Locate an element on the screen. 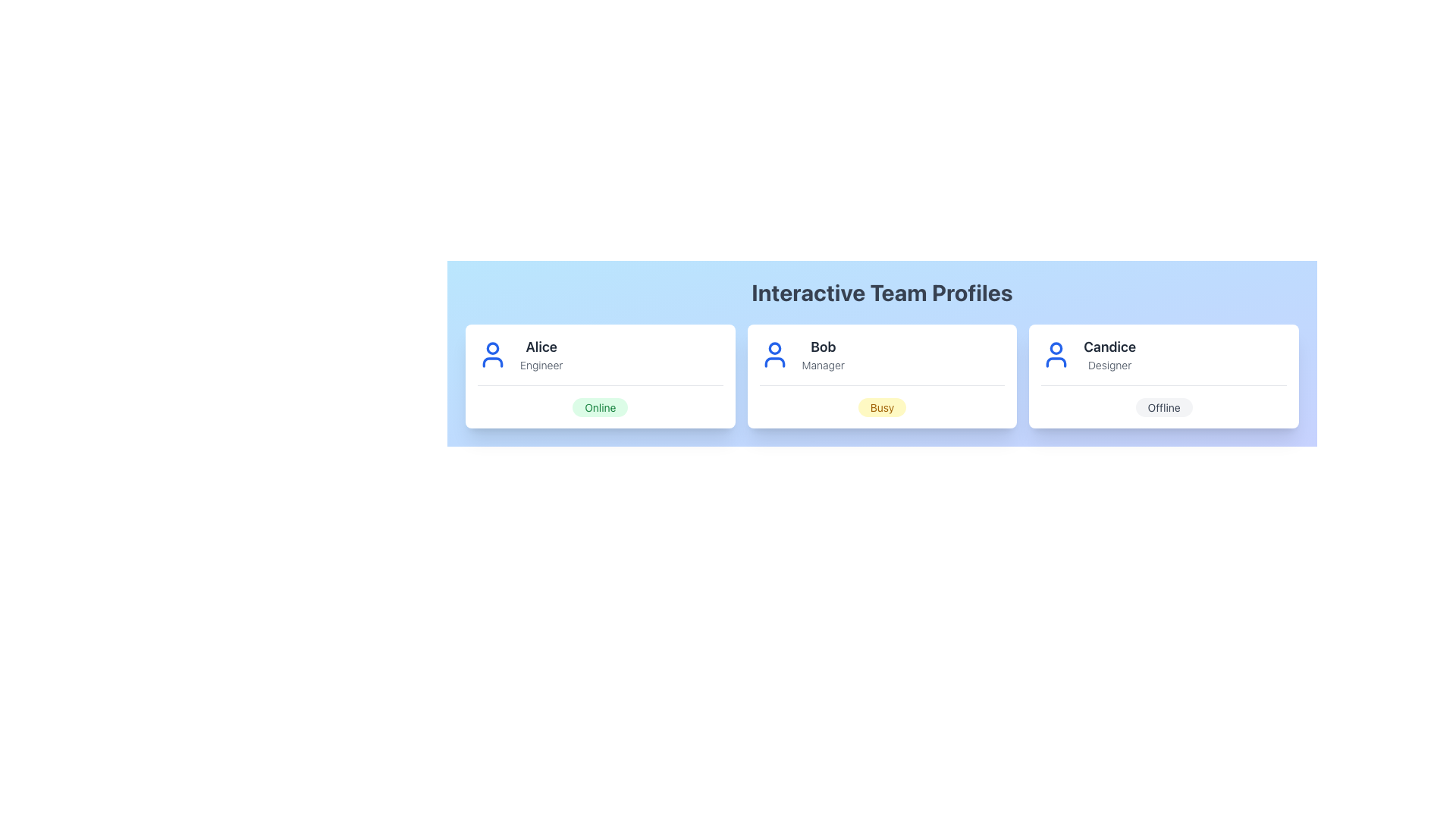 This screenshot has height=819, width=1456. the curved line element of the SVG user icon representing the profile of 'Candice', located near the bottom part of the icon is located at coordinates (1056, 362).